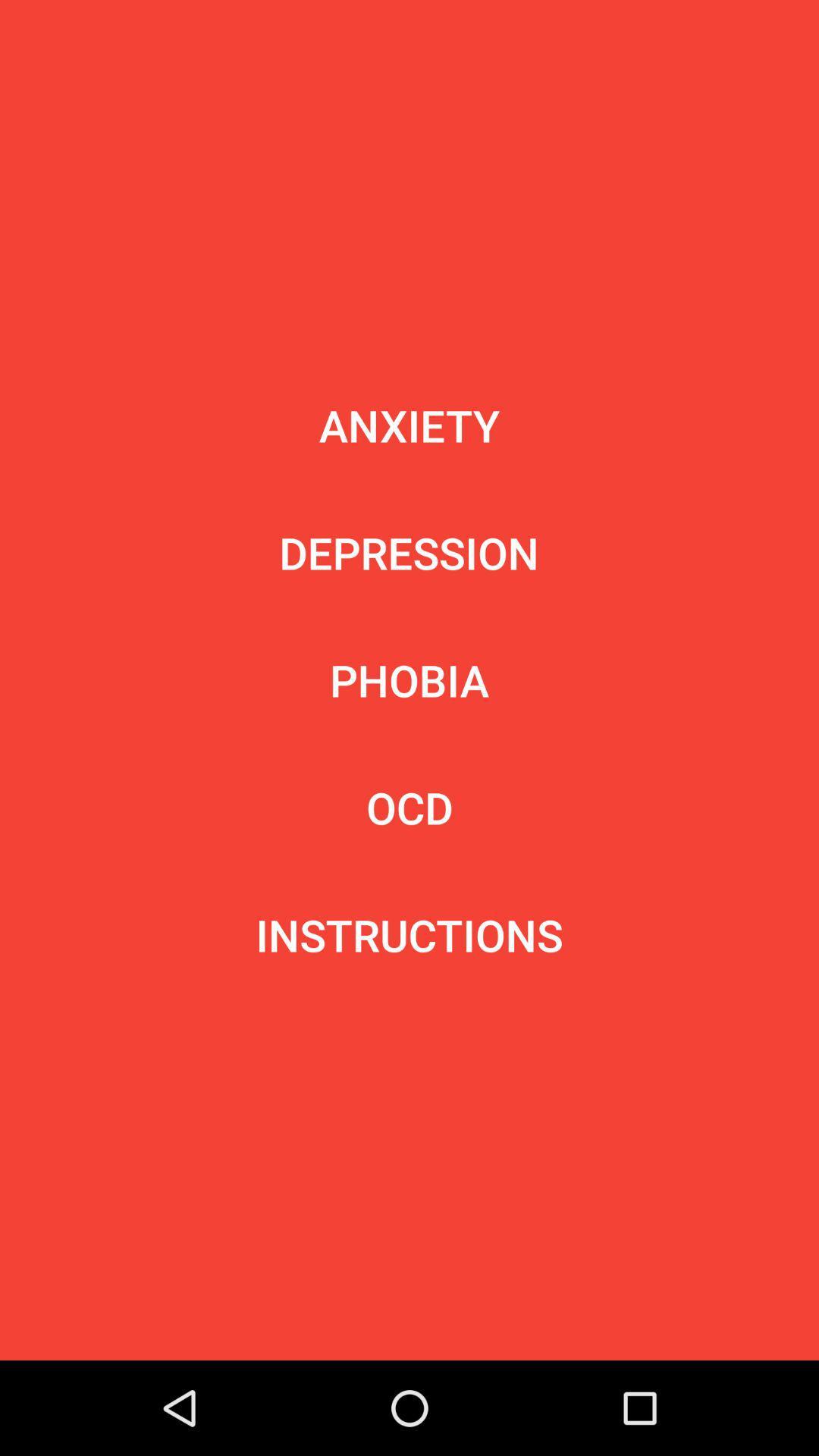 The width and height of the screenshot is (819, 1456). Describe the element at coordinates (409, 679) in the screenshot. I see `item above ocd item` at that location.